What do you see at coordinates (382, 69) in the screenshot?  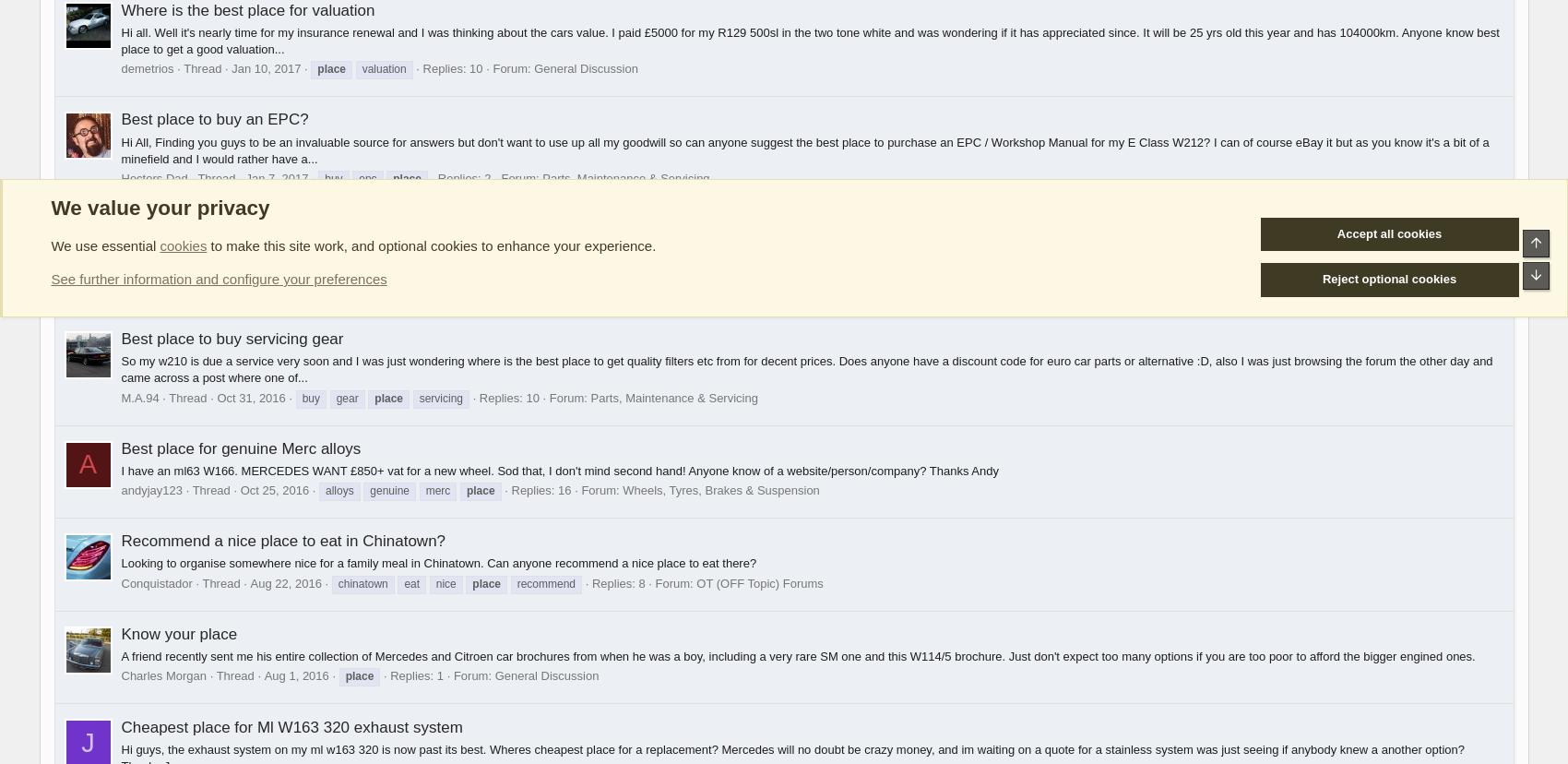 I see `'valuation'` at bounding box center [382, 69].